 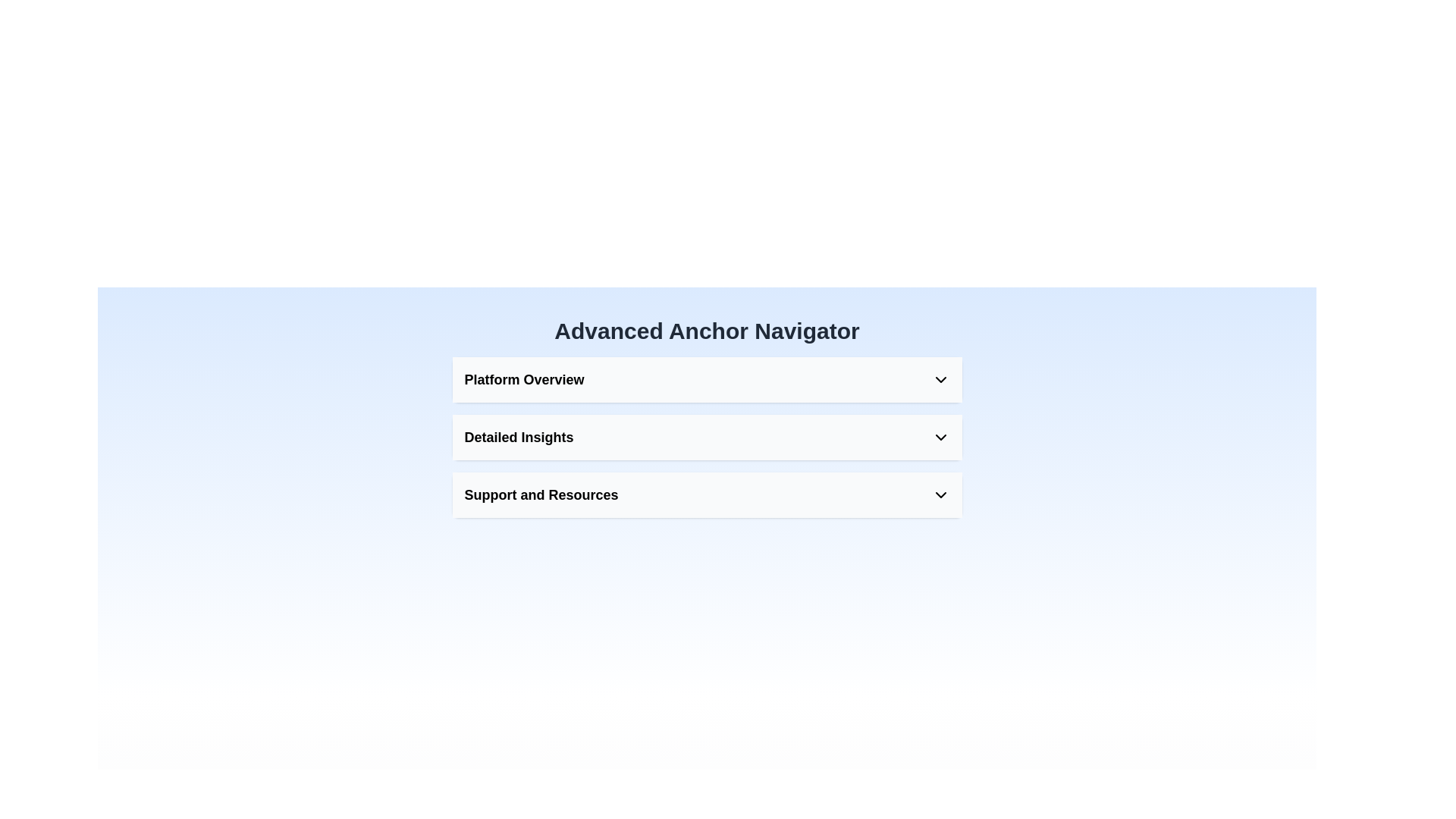 I want to click on the downward-pointing arrow icon located to the right of the 'Platform Overview' text, so click(x=940, y=379).